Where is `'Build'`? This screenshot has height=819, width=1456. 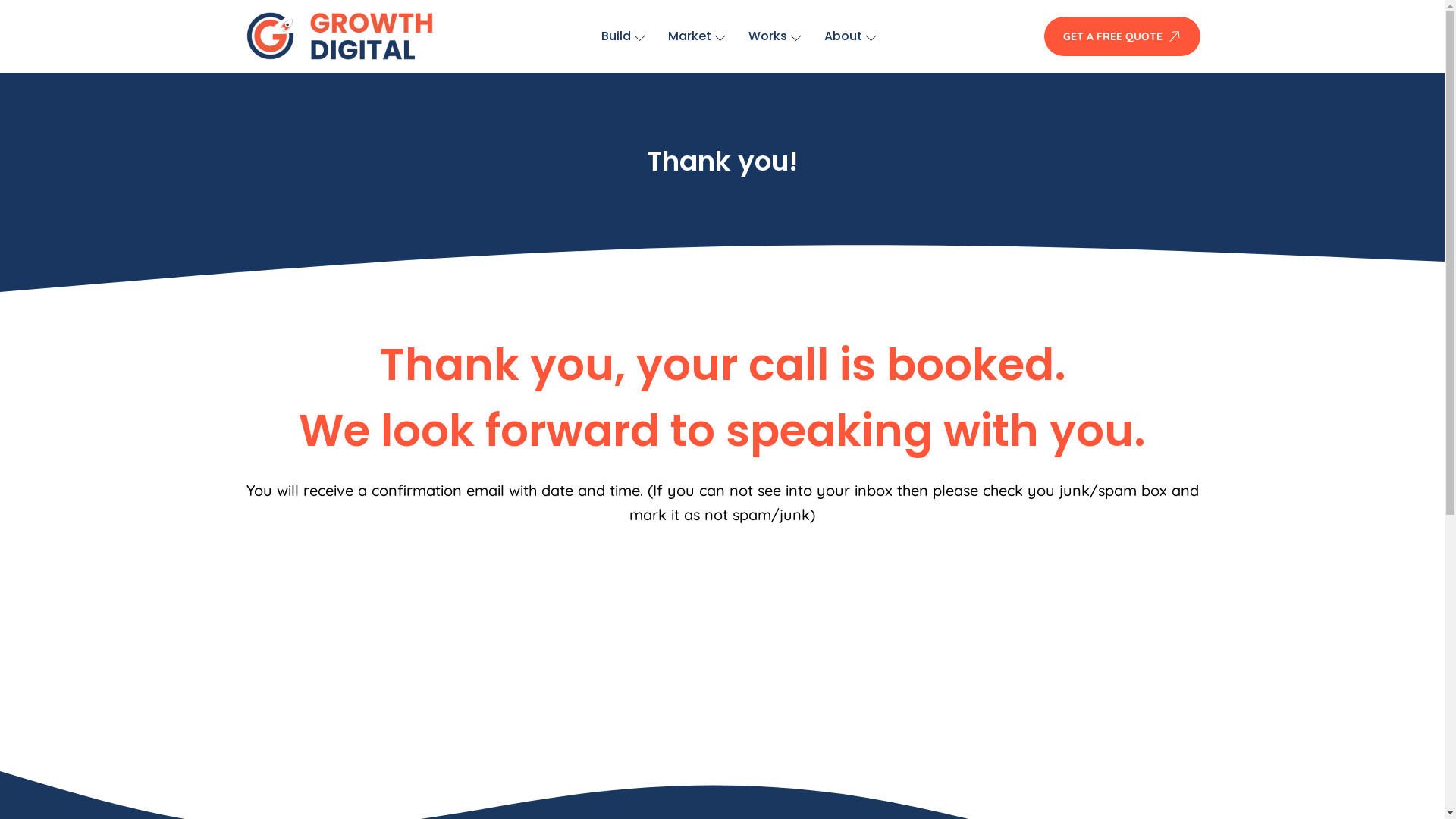 'Build' is located at coordinates (623, 35).